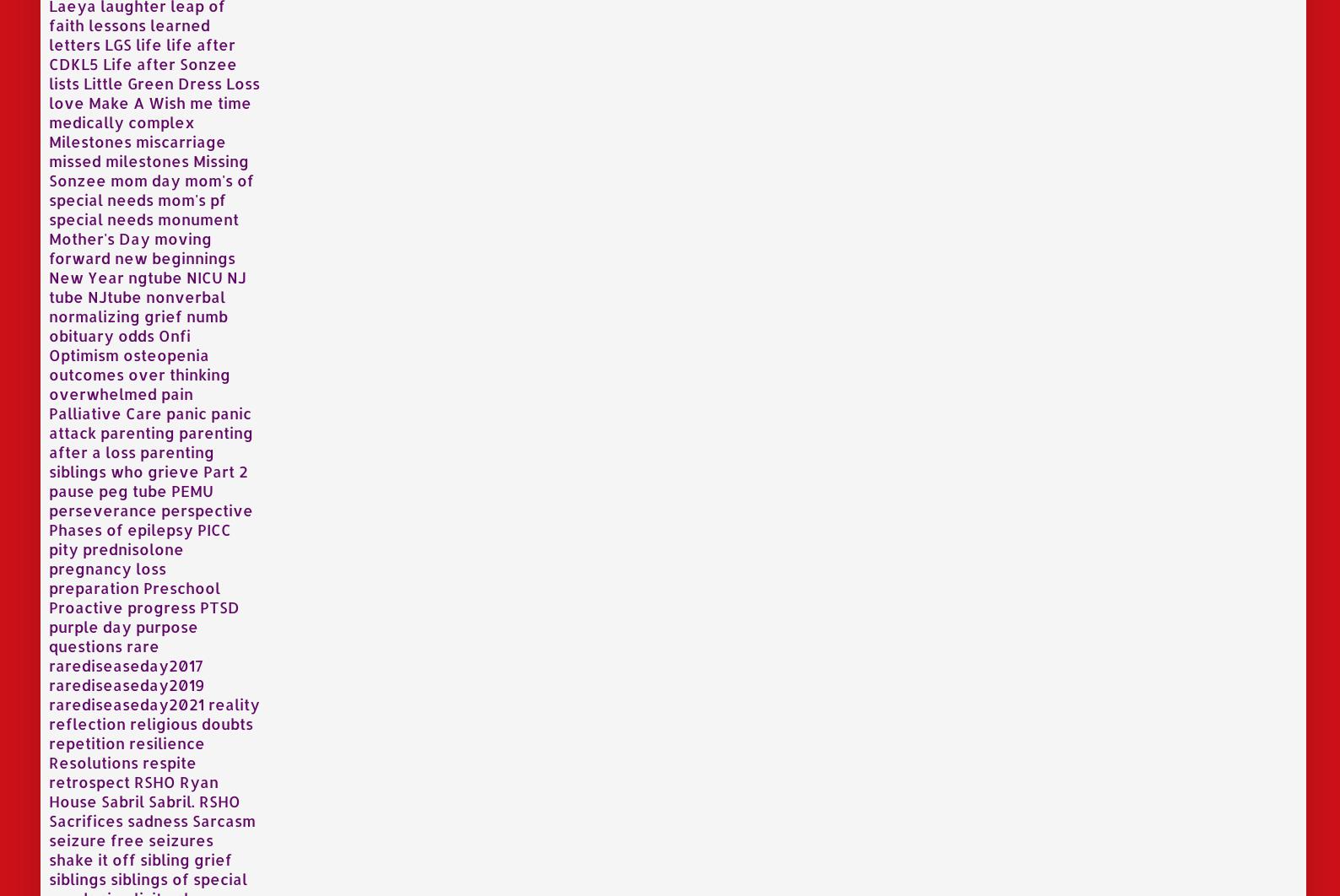 Image resolution: width=1340 pixels, height=896 pixels. What do you see at coordinates (115, 314) in the screenshot?
I see `'normalizing grief'` at bounding box center [115, 314].